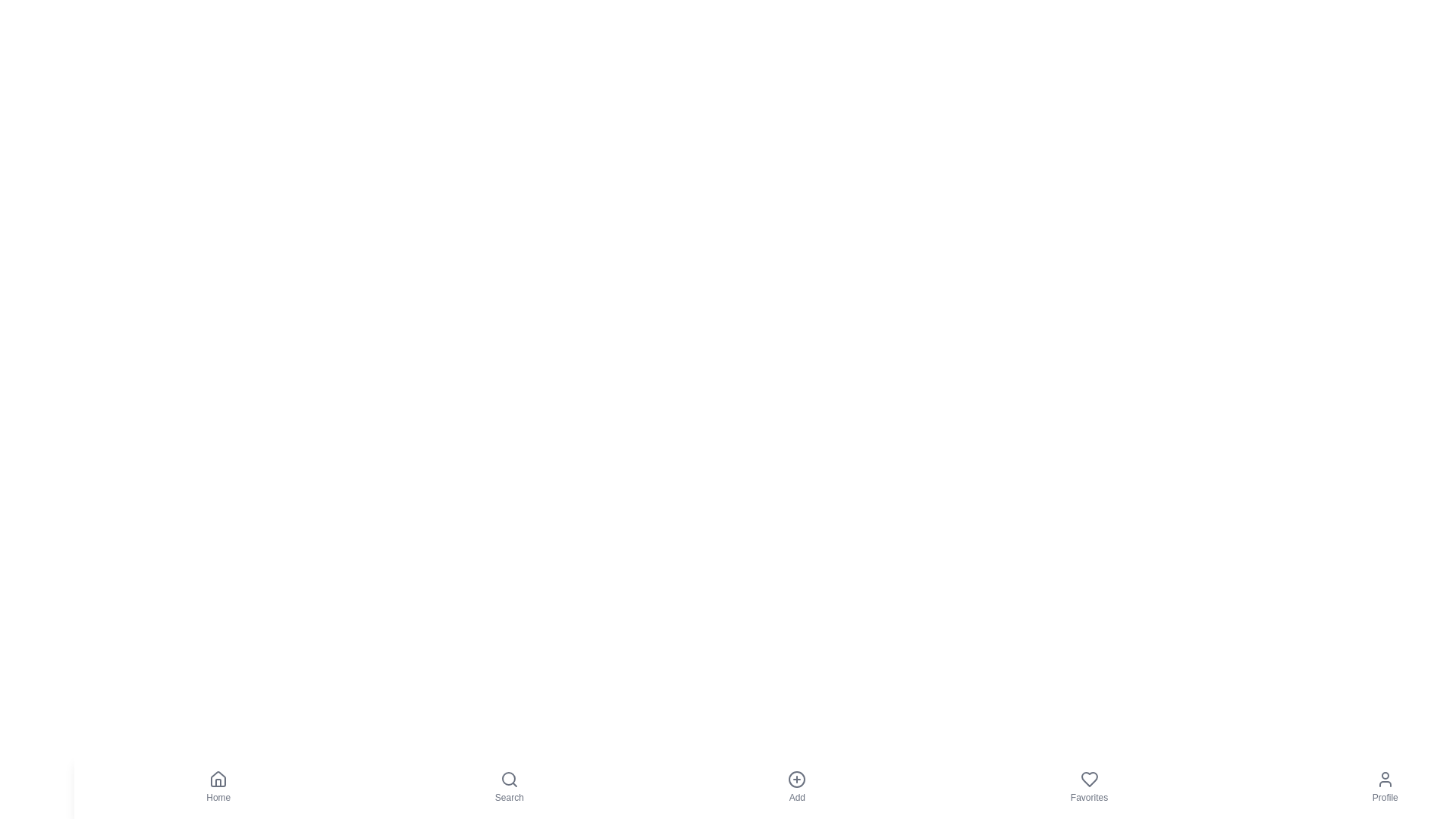  Describe the element at coordinates (1385, 786) in the screenshot. I see `the 'Profile' button, which features a user avatar icon and is located at the far right of the navigation bar` at that location.